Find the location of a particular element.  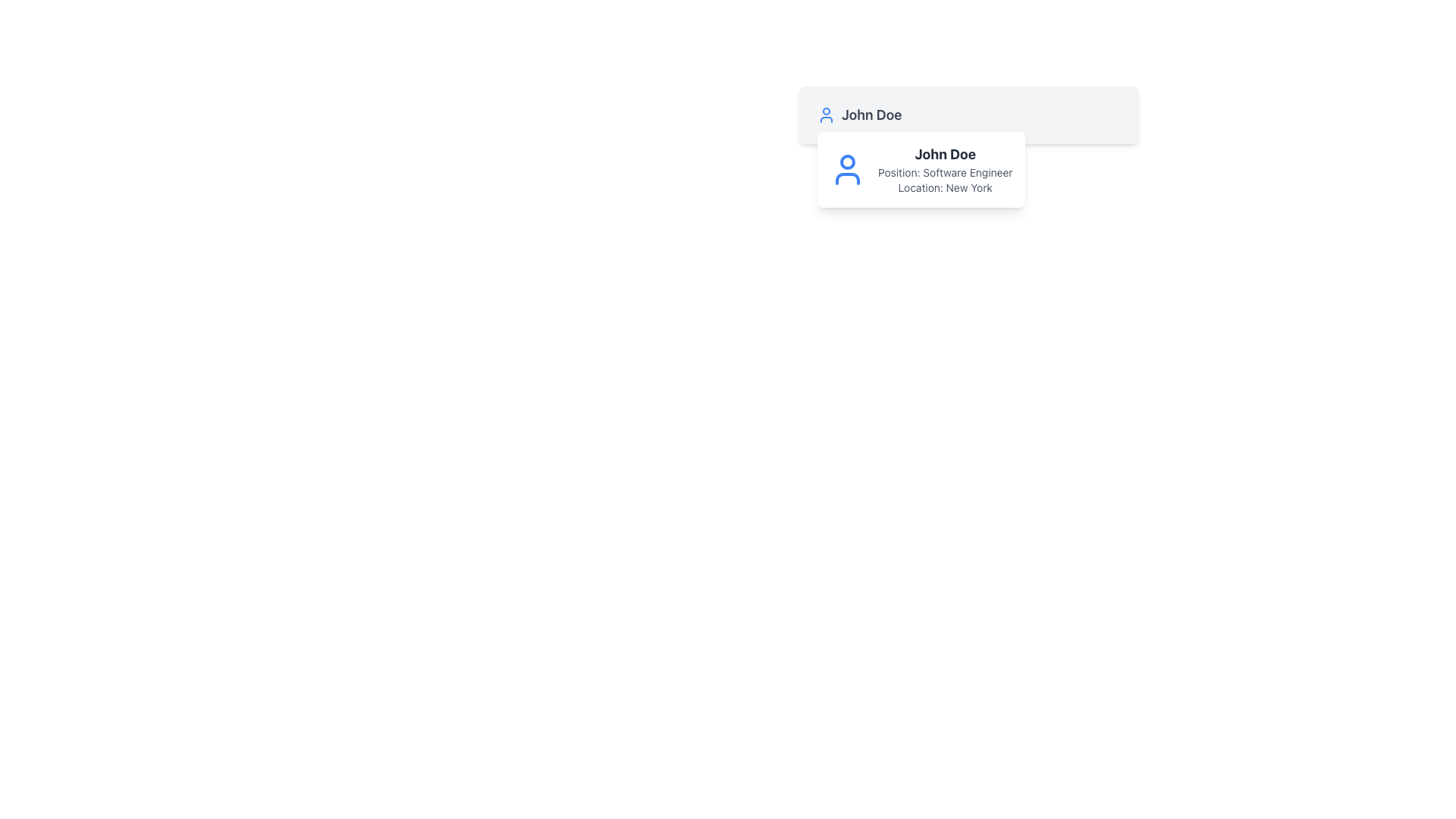

the Label that provides location information associated with the profile, positioned below 'Position: Software Engineer' is located at coordinates (944, 187).